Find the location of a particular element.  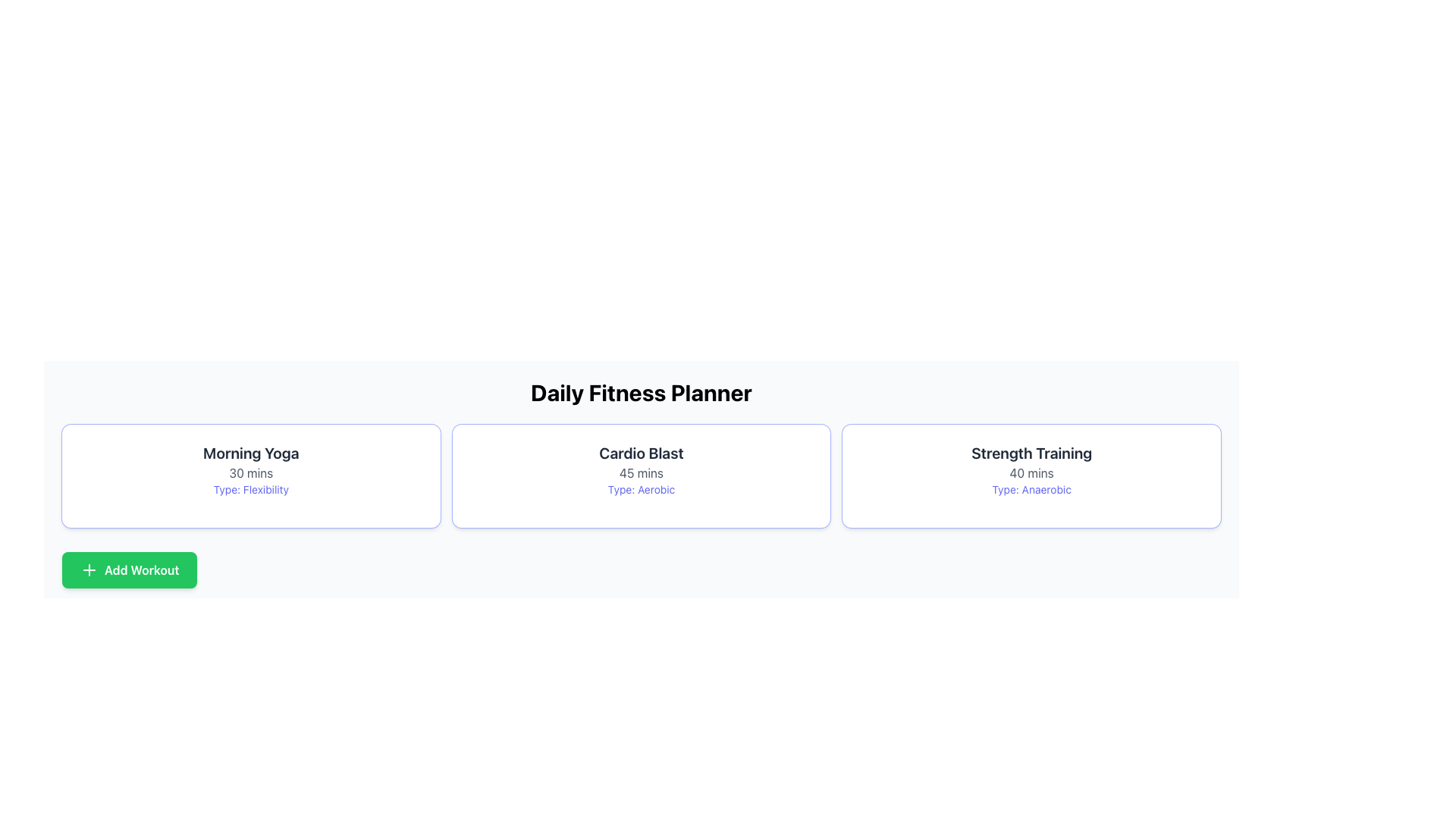

the text block containing 'Cardio Blast', '45 mins', and 'Type: Aerobic' is located at coordinates (641, 469).